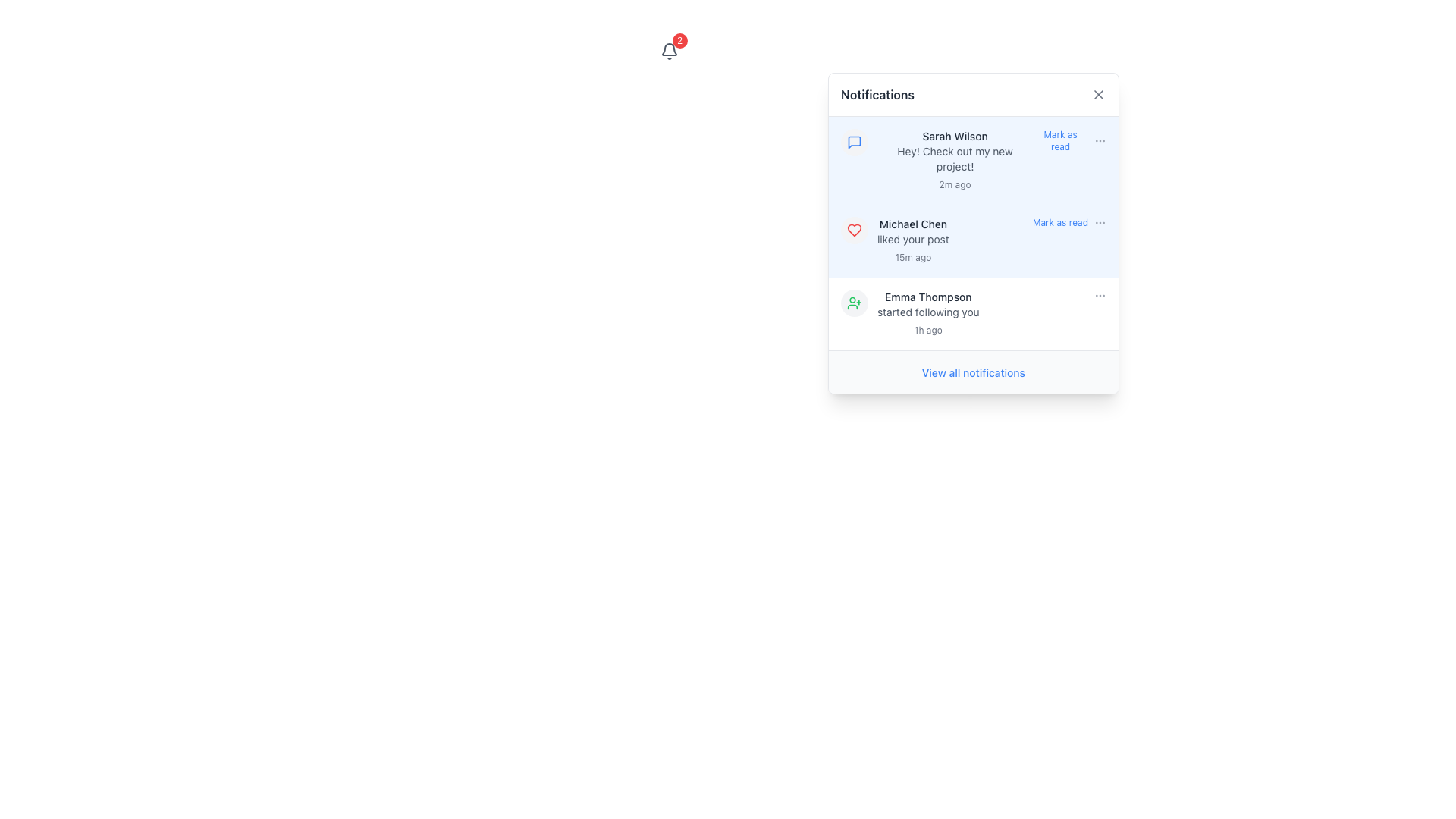  Describe the element at coordinates (973, 373) in the screenshot. I see `the link/button located at the bottom of the notifications popup` at that location.